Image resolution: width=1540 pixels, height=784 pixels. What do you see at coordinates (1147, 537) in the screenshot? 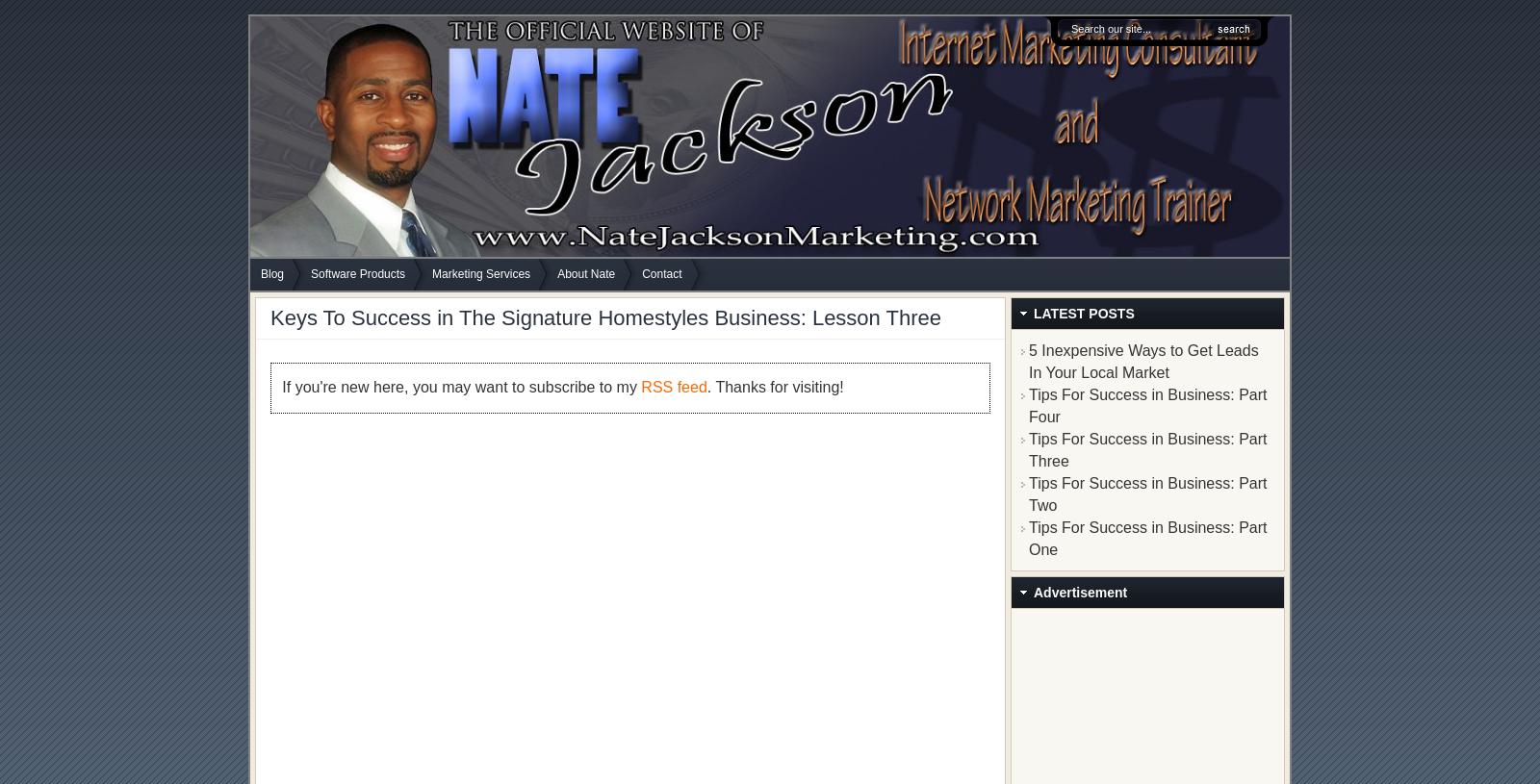
I see `'Tips For Success in Business: Part One'` at bounding box center [1147, 537].